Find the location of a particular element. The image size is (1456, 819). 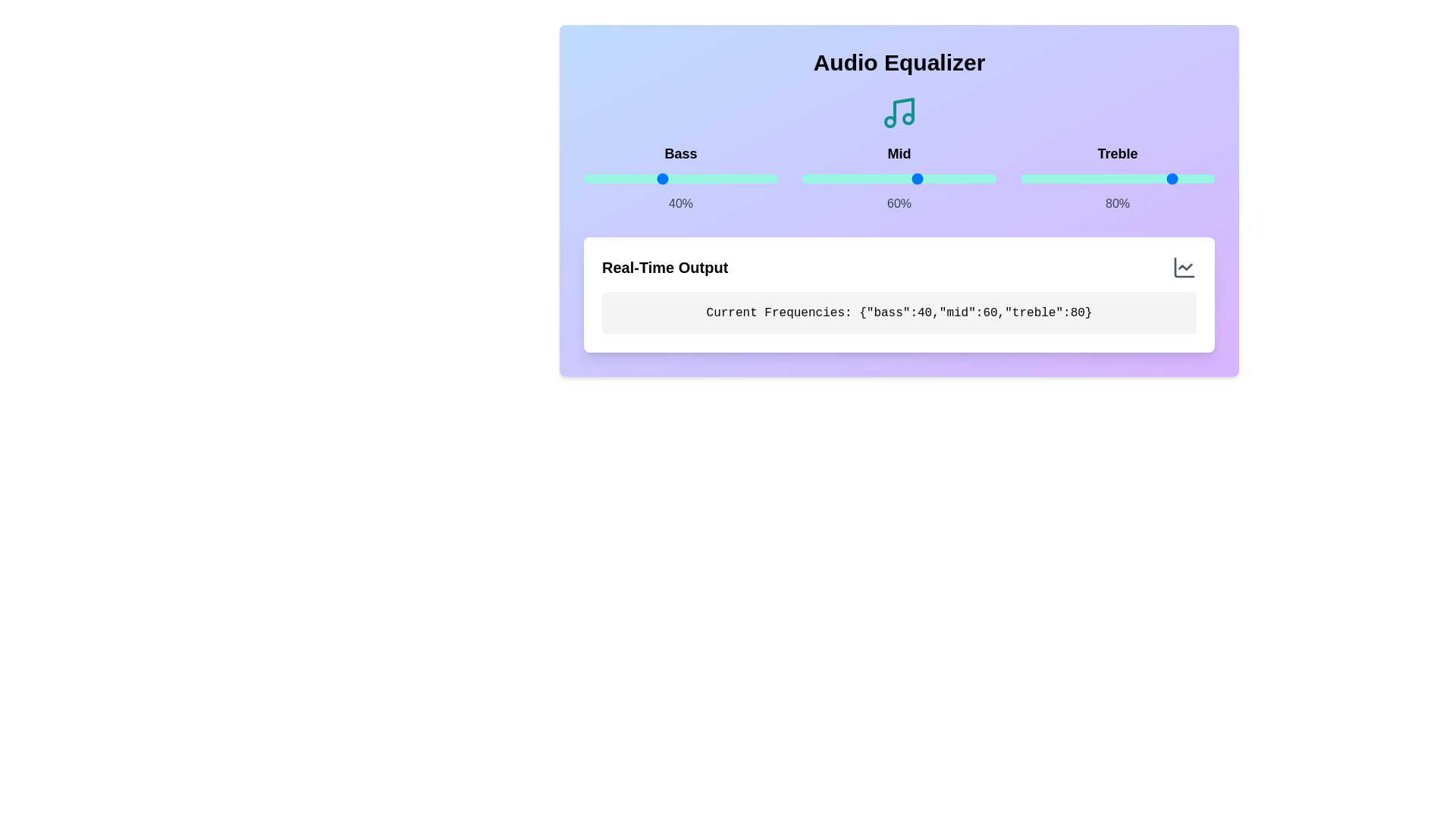

the 'Treble' slider is located at coordinates (1135, 177).